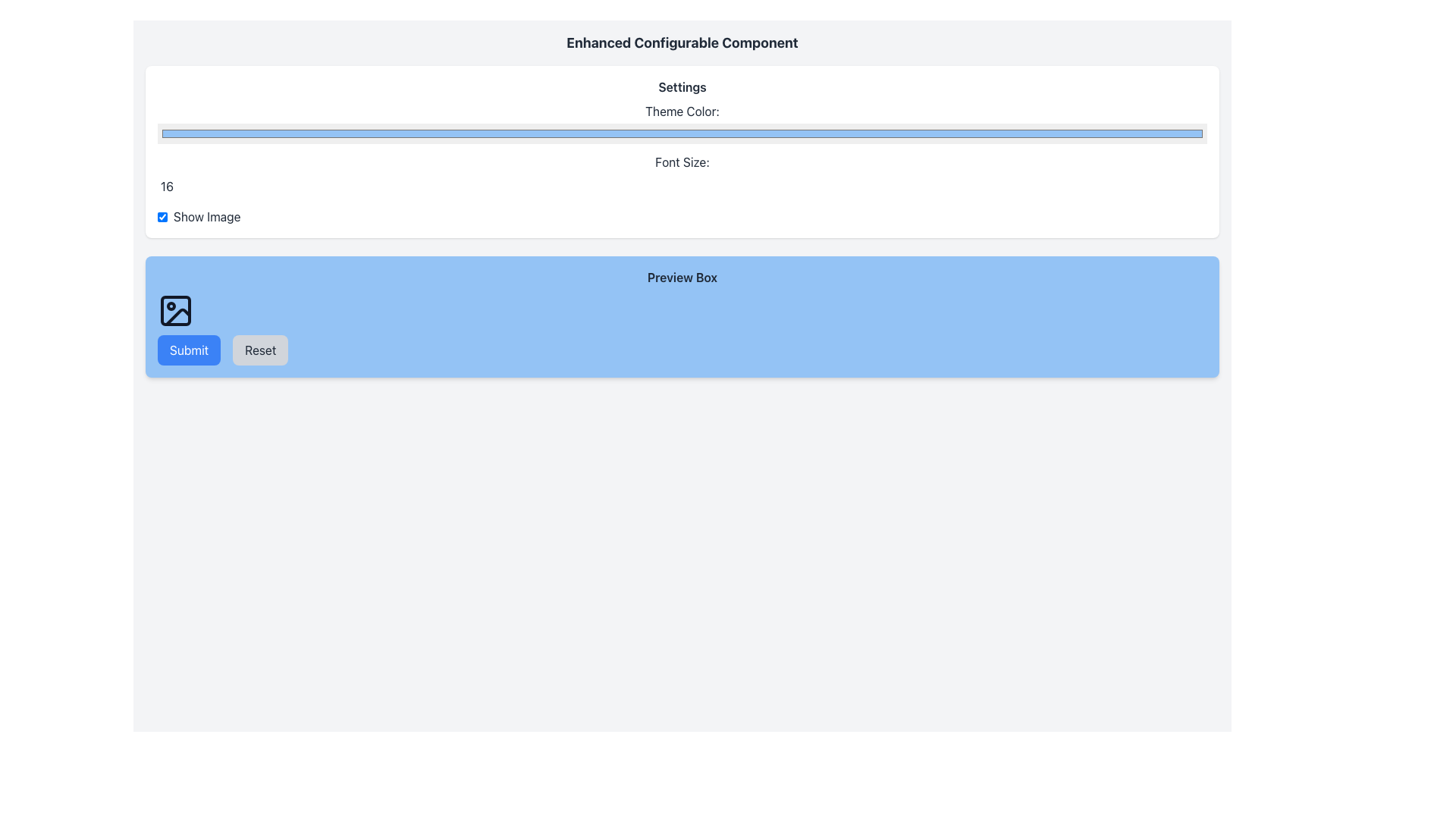 Image resolution: width=1456 pixels, height=819 pixels. Describe the element at coordinates (162, 216) in the screenshot. I see `the checkbox labeled 'Show Image' in the Settings section` at that location.